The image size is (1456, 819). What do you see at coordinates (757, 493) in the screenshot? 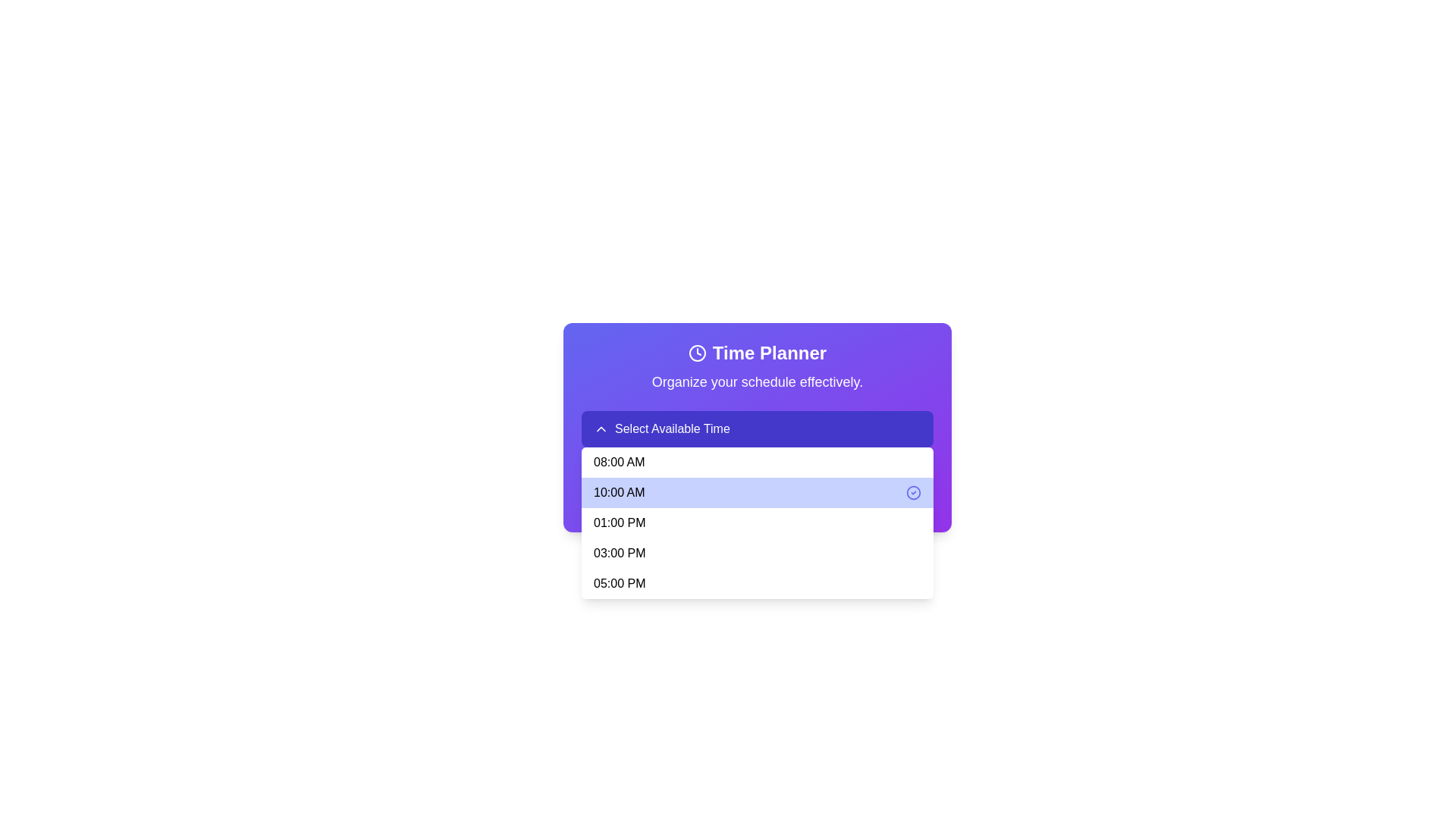
I see `the list item in the dropdown menu that displays '10:00 AM' with a light indigo background` at bounding box center [757, 493].